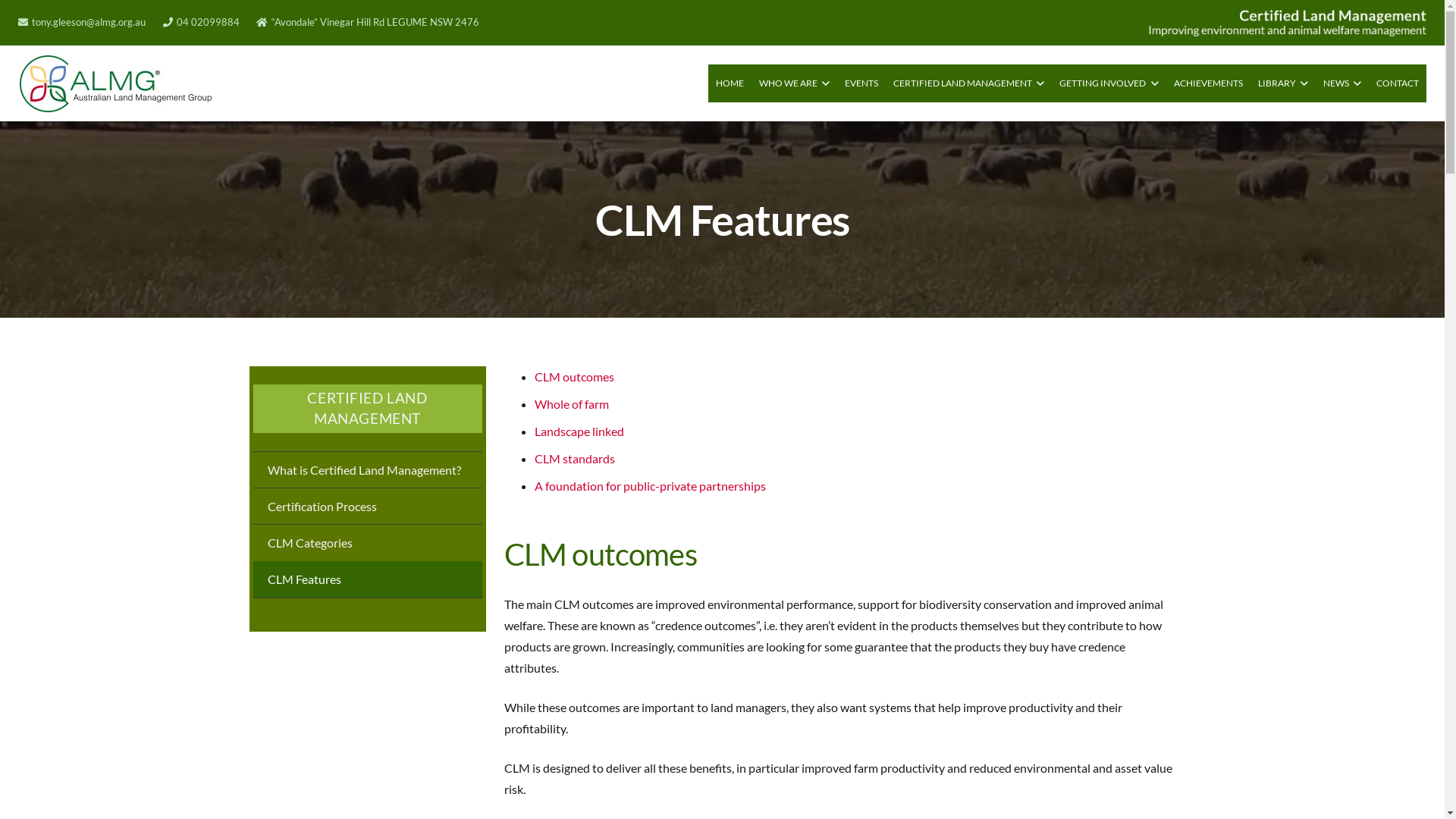 This screenshot has height=819, width=1456. I want to click on 'CLM Categories', so click(367, 541).